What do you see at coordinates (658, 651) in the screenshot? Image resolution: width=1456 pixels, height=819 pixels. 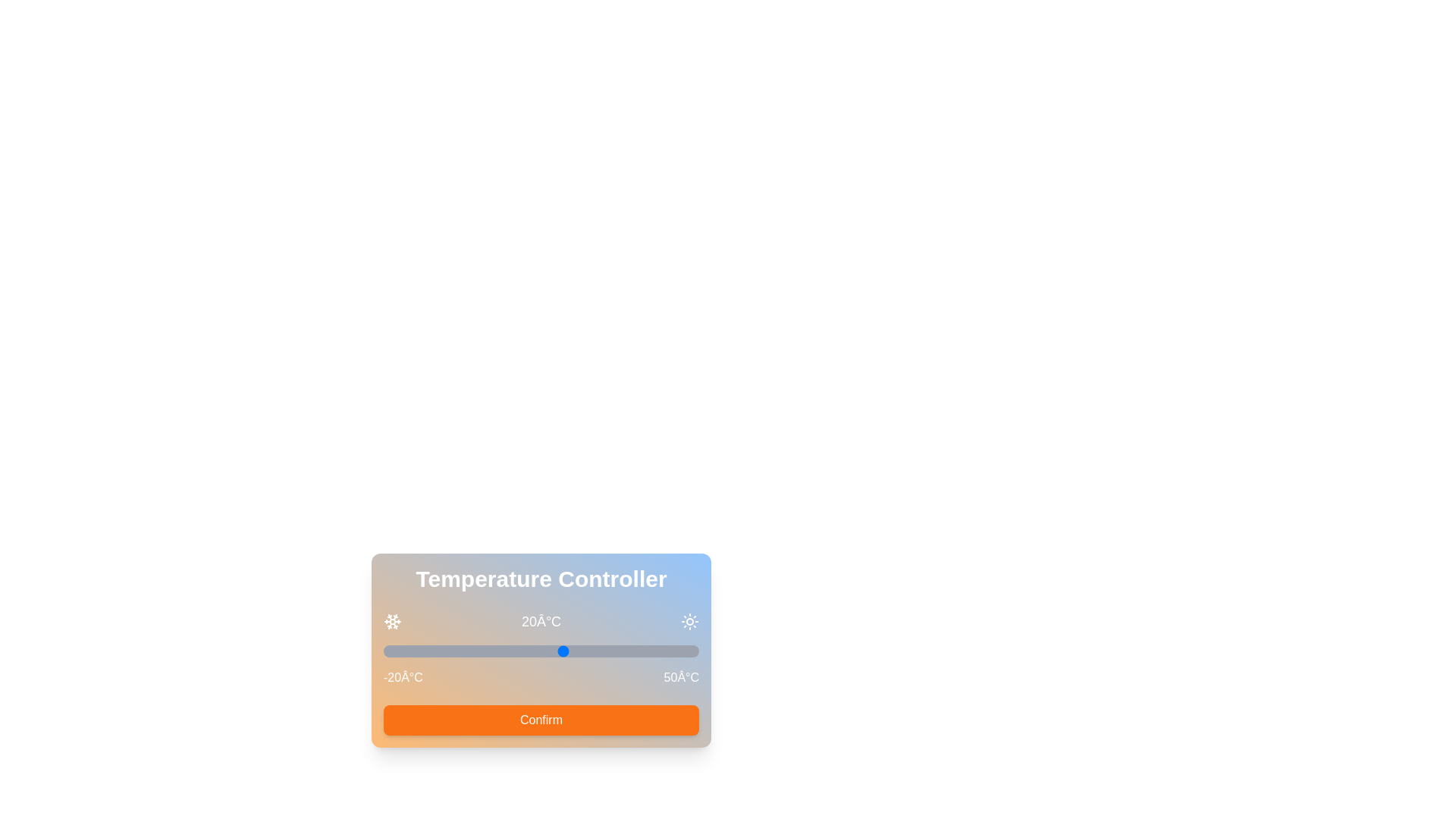 I see `the temperature slider to 41°C` at bounding box center [658, 651].